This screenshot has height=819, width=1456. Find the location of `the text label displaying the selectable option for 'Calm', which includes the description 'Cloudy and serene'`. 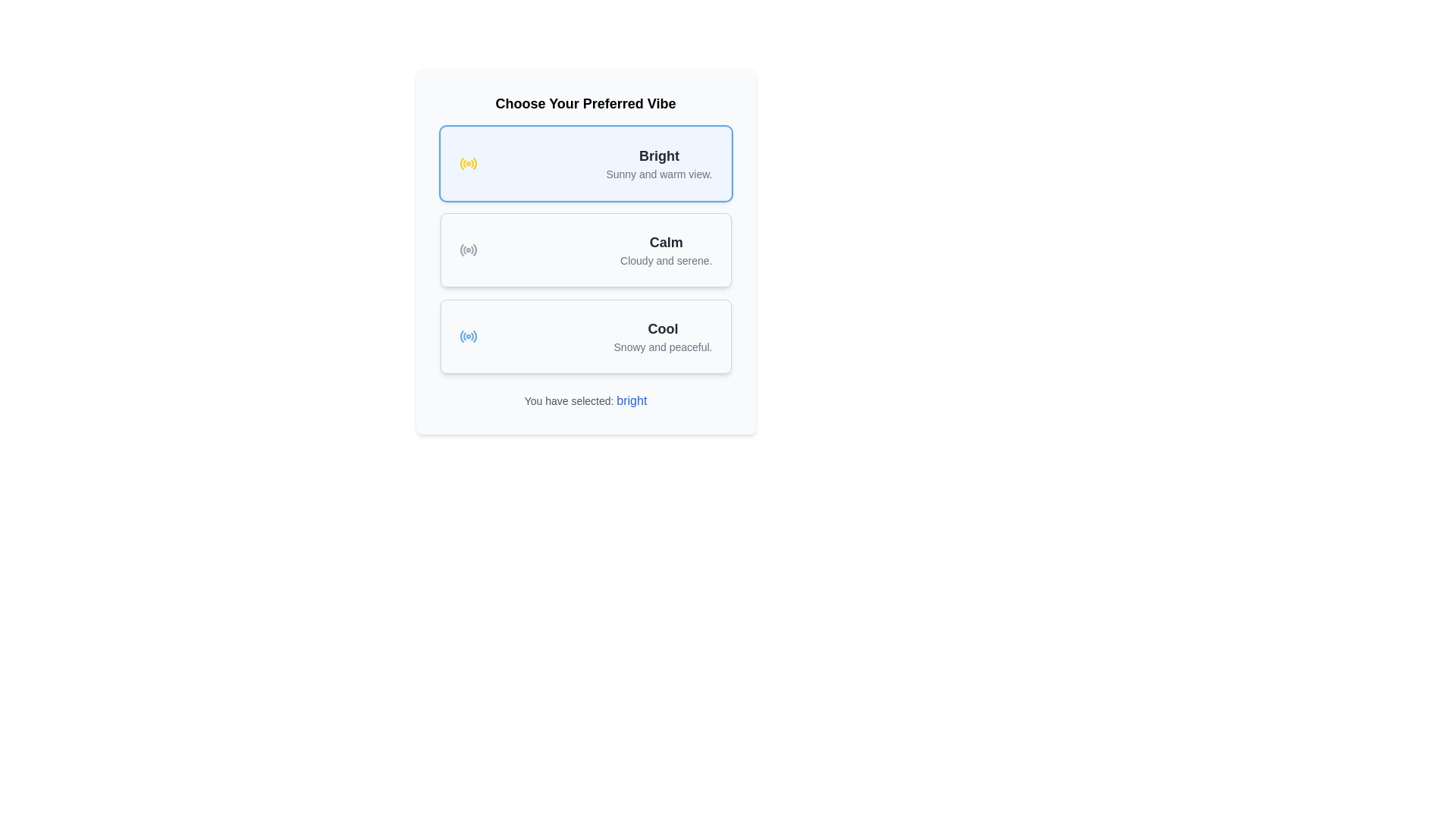

the text label displaying the selectable option for 'Calm', which includes the description 'Cloudy and serene' is located at coordinates (666, 249).